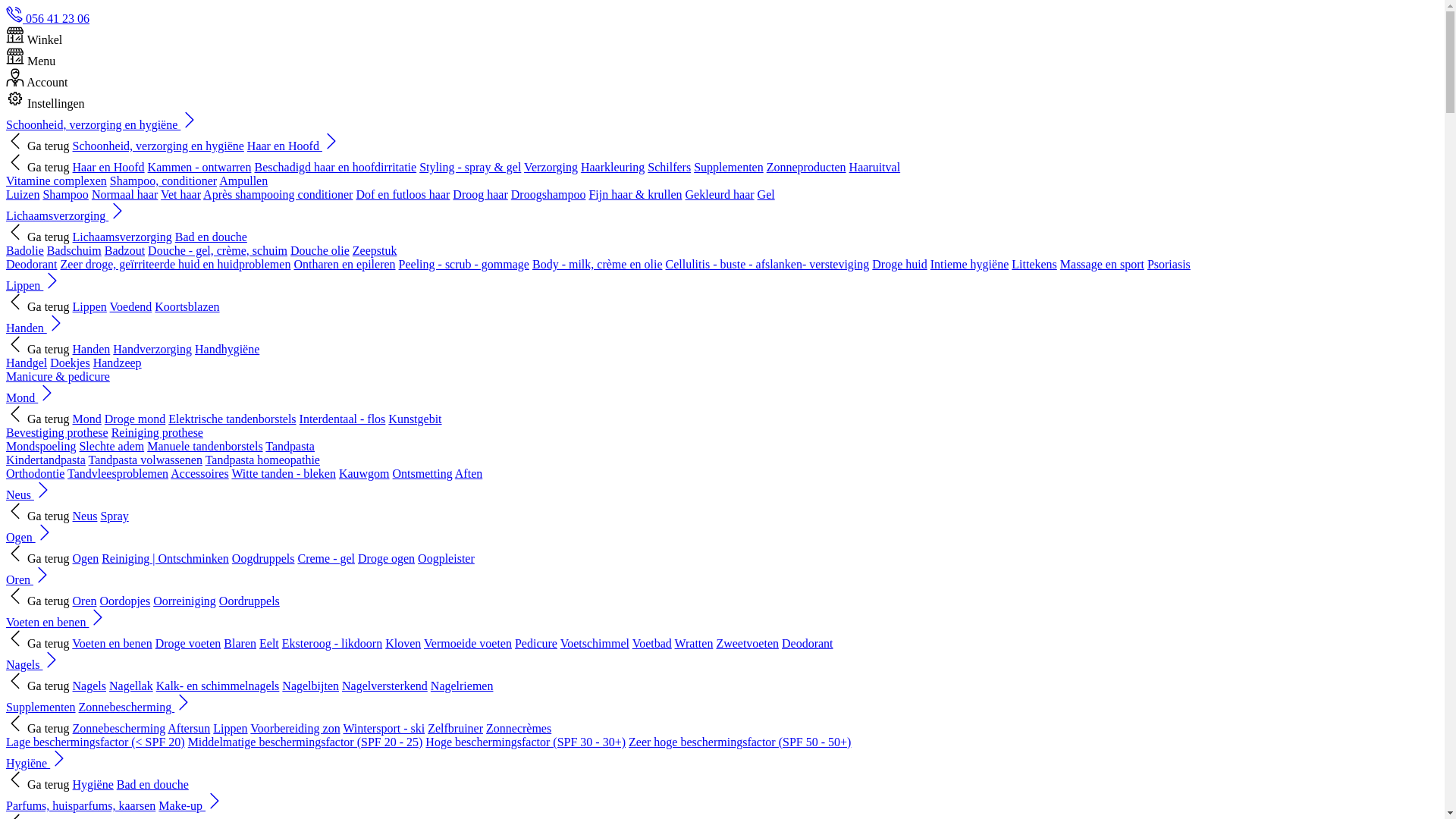 The image size is (1456, 819). Describe the element at coordinates (26, 362) in the screenshot. I see `'Handgel'` at that location.